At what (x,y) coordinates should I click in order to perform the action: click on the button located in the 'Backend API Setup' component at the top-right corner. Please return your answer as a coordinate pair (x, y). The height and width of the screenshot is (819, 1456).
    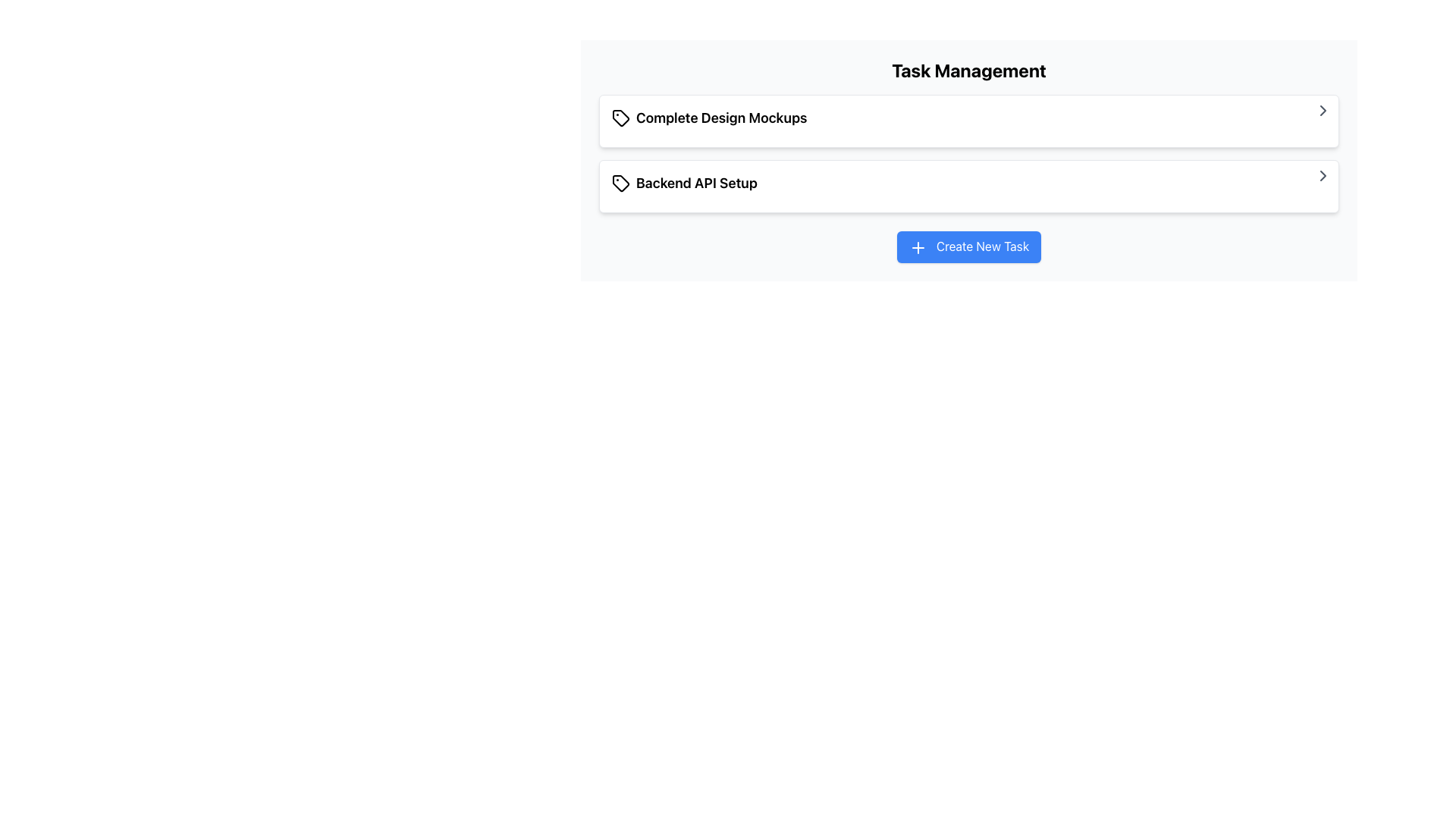
    Looking at the image, I should click on (1323, 174).